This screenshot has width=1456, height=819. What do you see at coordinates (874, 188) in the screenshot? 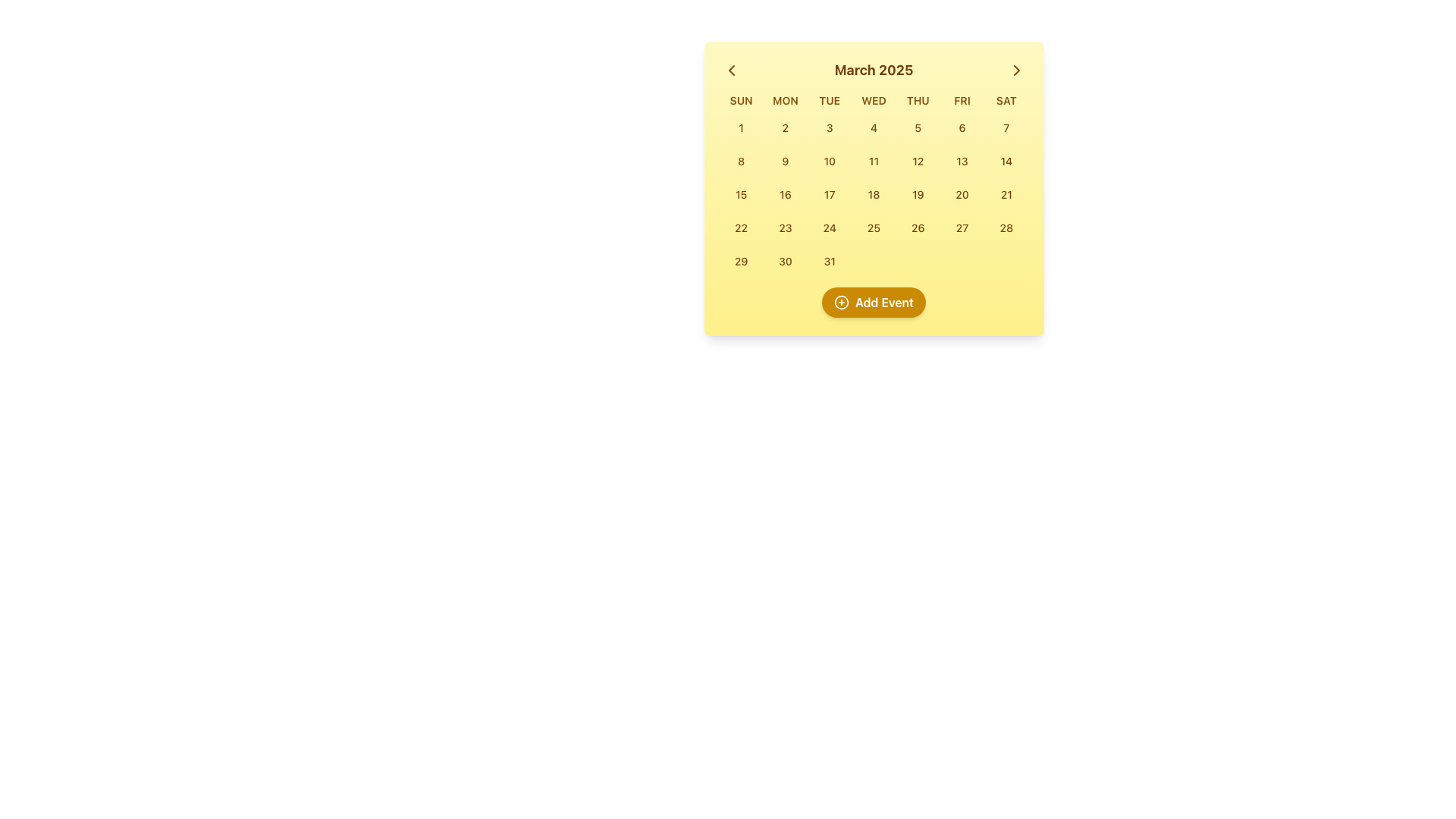
I see `a date in the Calendar Component for March 2025` at bounding box center [874, 188].